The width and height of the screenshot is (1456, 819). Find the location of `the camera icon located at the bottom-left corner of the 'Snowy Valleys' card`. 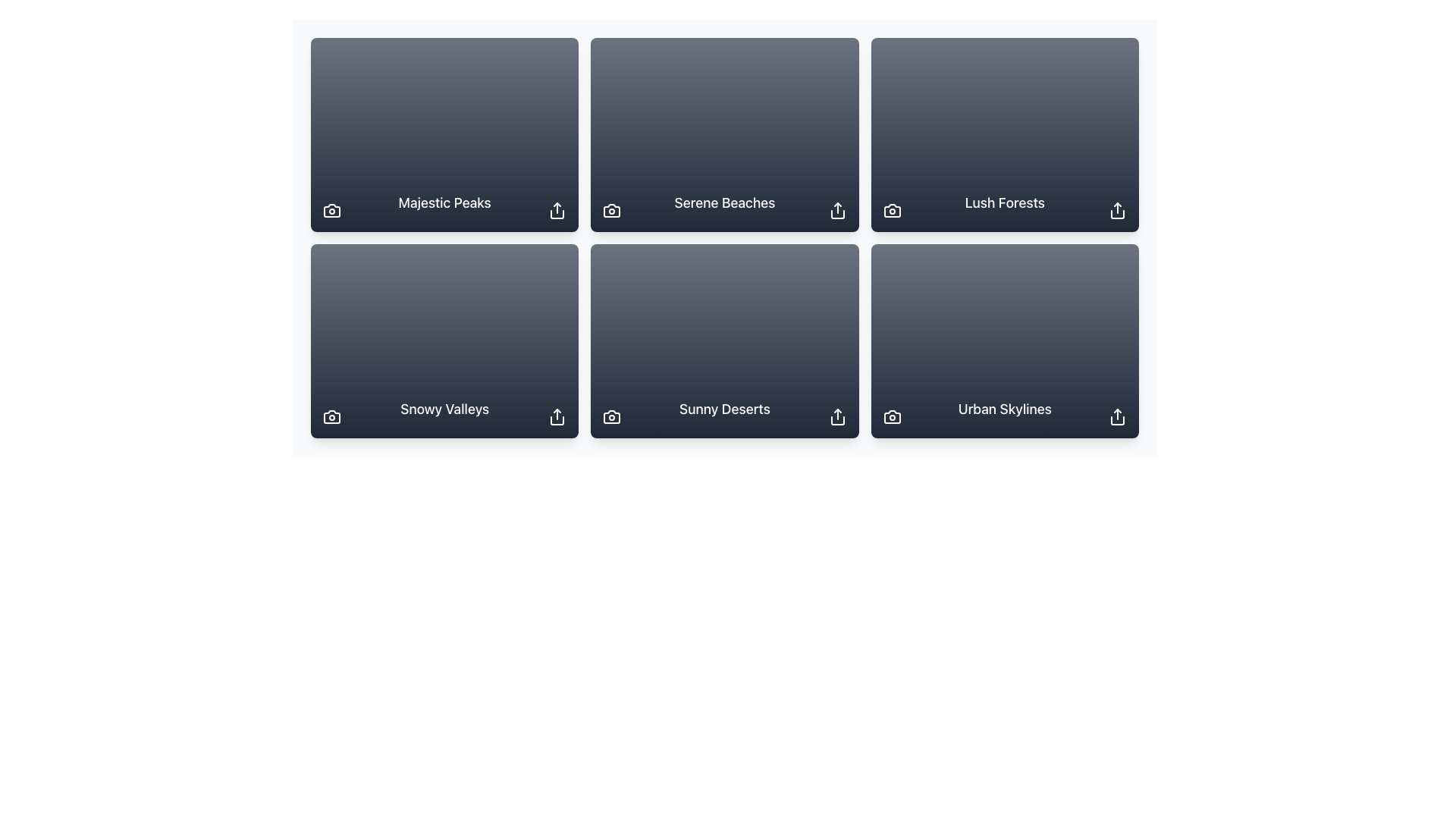

the camera icon located at the bottom-left corner of the 'Snowy Valleys' card is located at coordinates (331, 417).